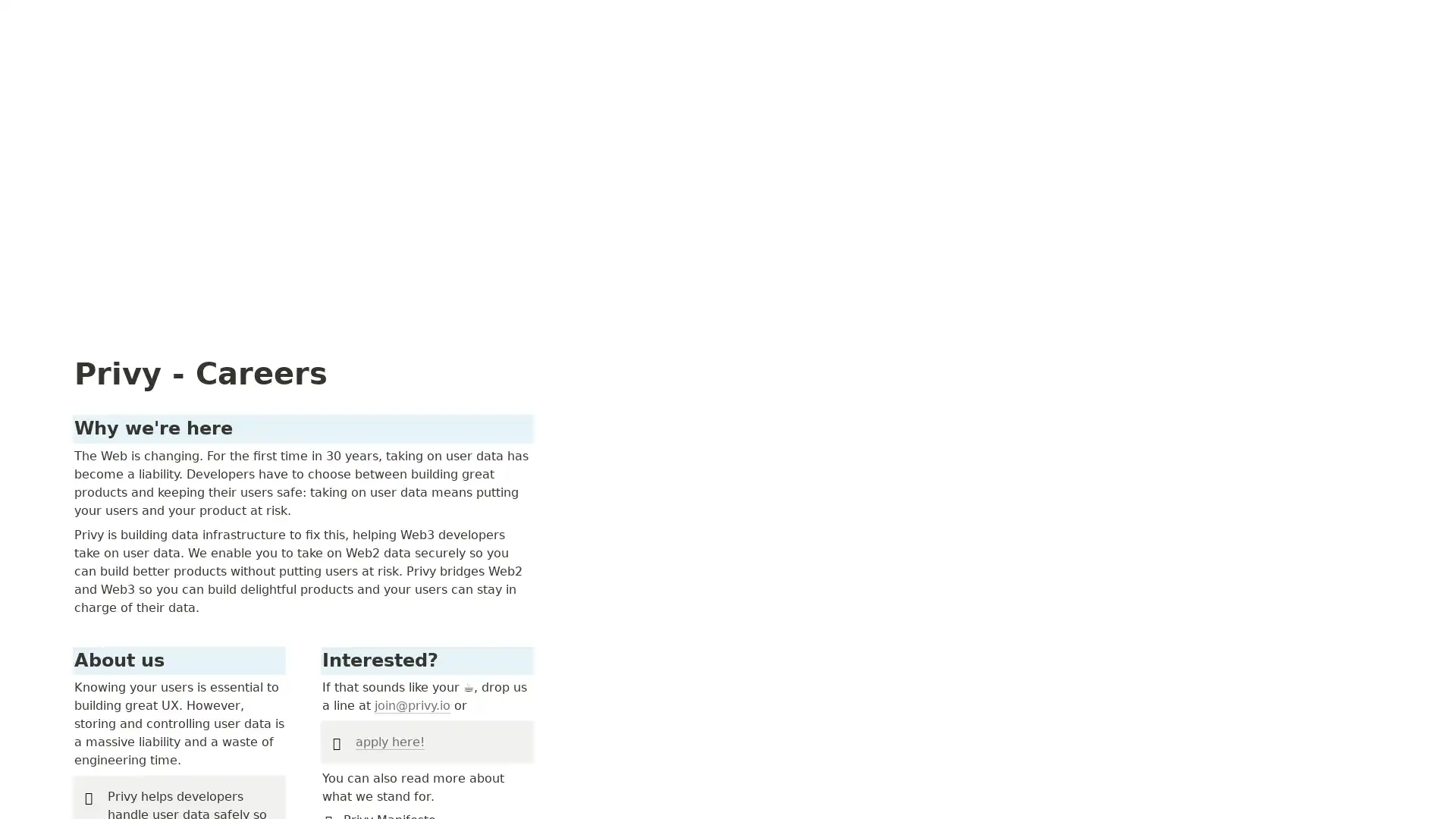 The image size is (1456, 819). I want to click on Privy - Careers, so click(61, 17).